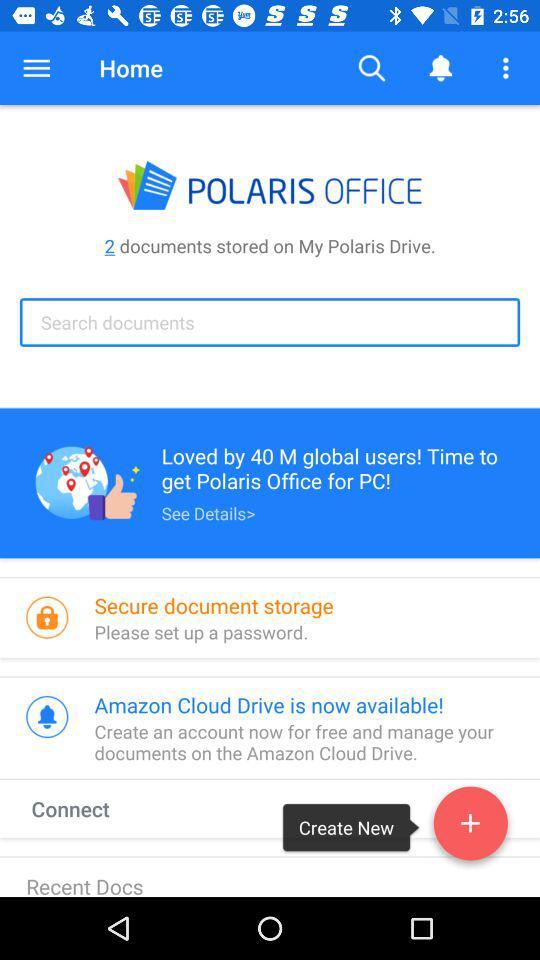 This screenshot has width=540, height=960. What do you see at coordinates (88, 808) in the screenshot?
I see `icon next to create new icon` at bounding box center [88, 808].